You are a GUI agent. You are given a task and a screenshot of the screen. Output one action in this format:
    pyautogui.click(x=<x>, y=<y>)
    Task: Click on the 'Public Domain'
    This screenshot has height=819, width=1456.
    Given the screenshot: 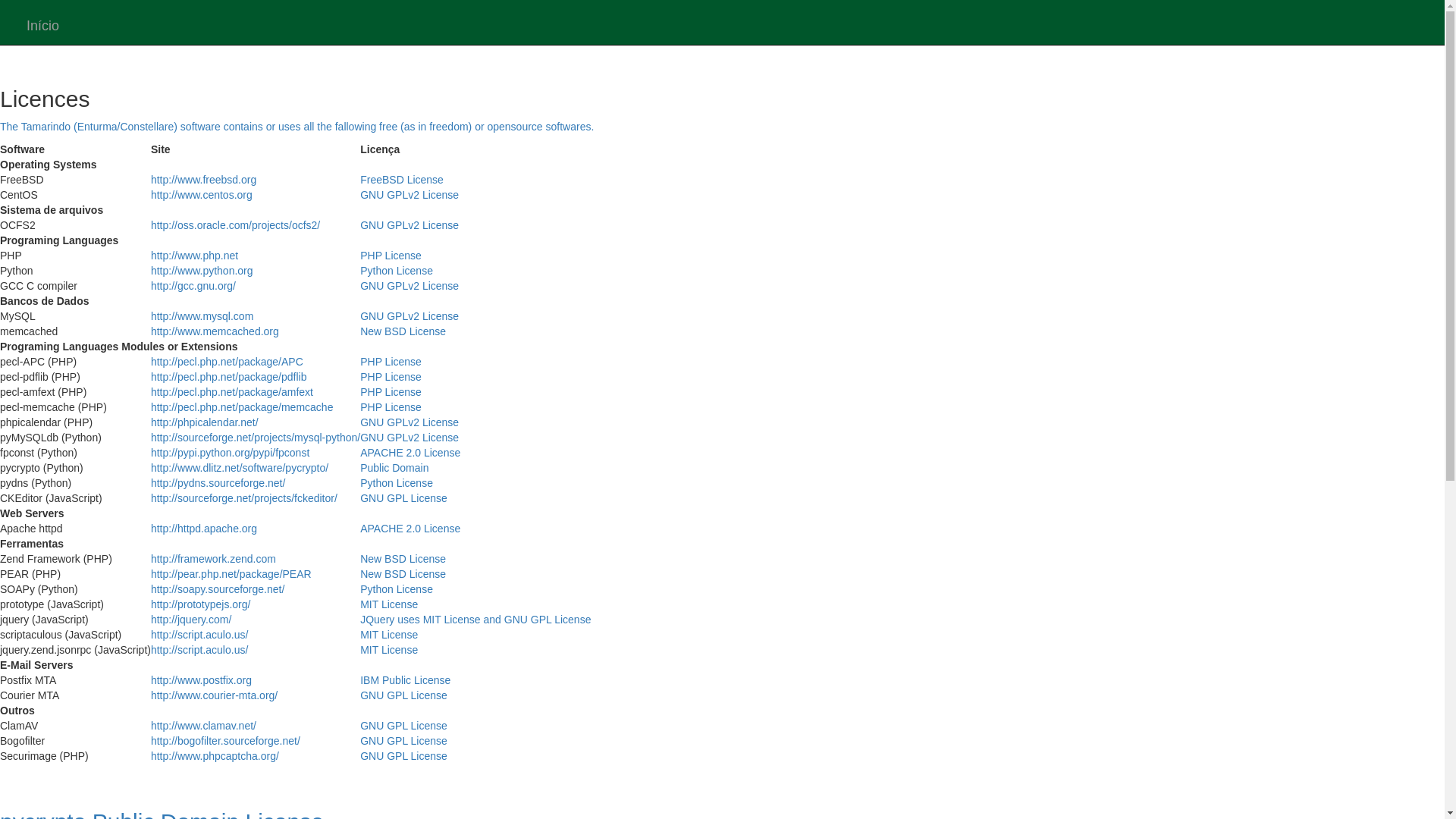 What is the action you would take?
    pyautogui.click(x=394, y=467)
    